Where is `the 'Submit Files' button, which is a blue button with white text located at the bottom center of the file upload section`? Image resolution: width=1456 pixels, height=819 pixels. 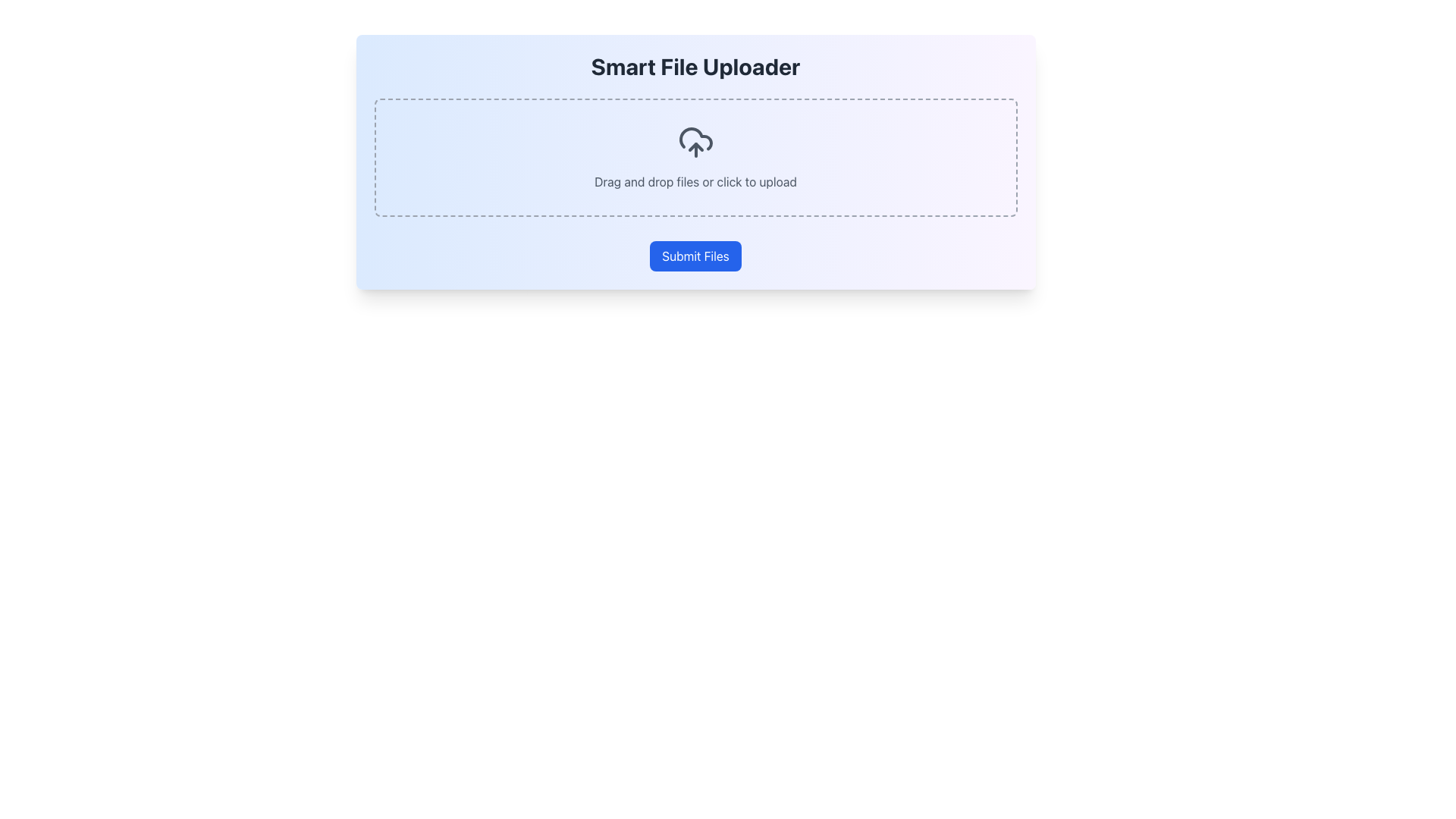
the 'Submit Files' button, which is a blue button with white text located at the bottom center of the file upload section is located at coordinates (695, 256).